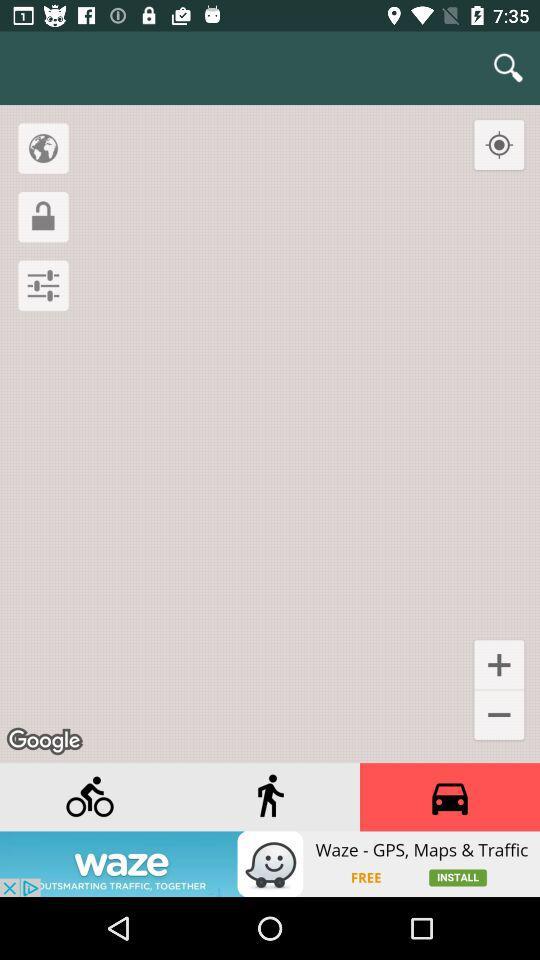 Image resolution: width=540 pixels, height=960 pixels. What do you see at coordinates (449, 797) in the screenshot?
I see `directions by vehicle` at bounding box center [449, 797].